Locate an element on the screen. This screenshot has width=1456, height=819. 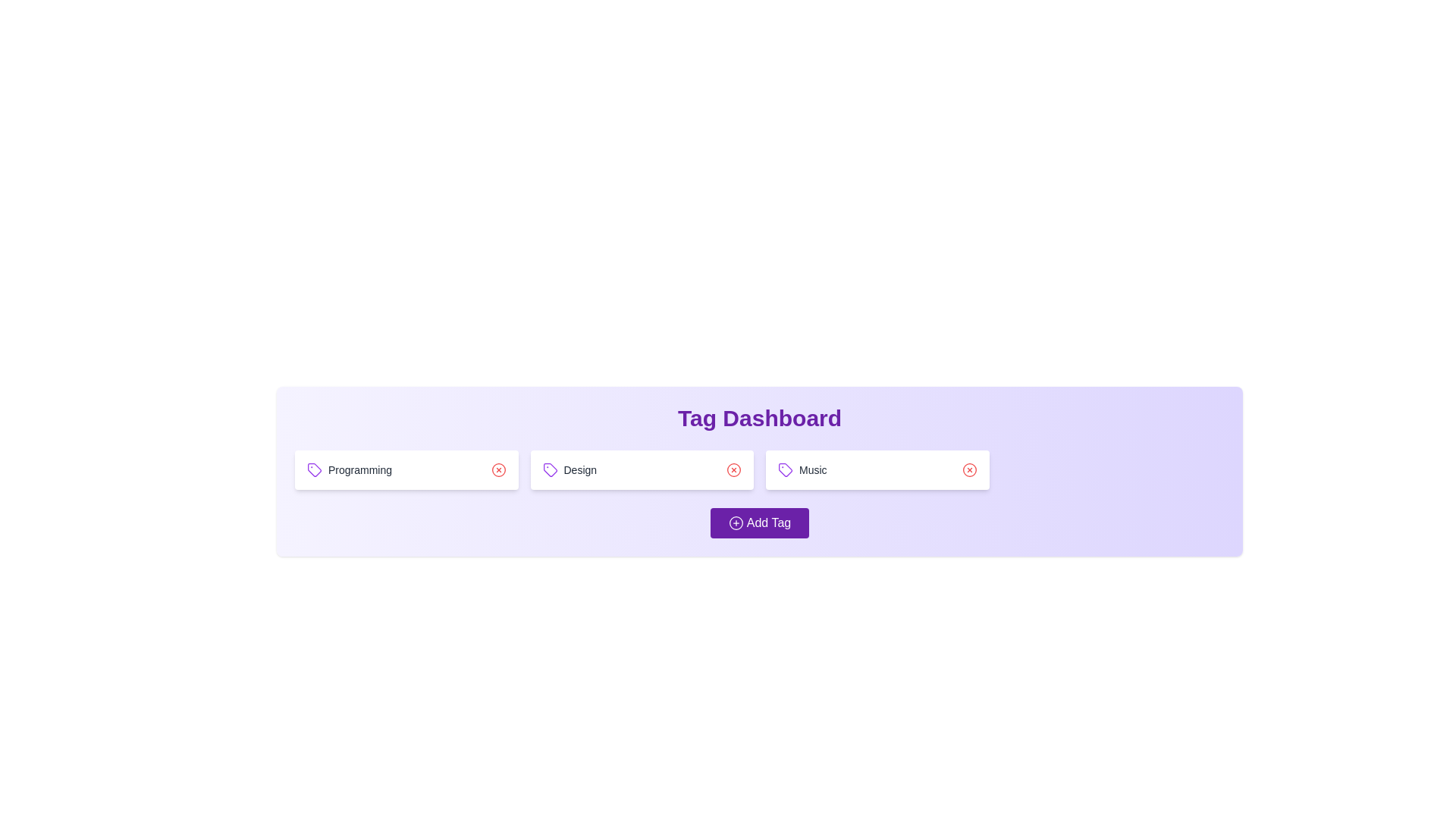
the circular delete button with a cross icon located within the 'Design' tag is located at coordinates (734, 469).